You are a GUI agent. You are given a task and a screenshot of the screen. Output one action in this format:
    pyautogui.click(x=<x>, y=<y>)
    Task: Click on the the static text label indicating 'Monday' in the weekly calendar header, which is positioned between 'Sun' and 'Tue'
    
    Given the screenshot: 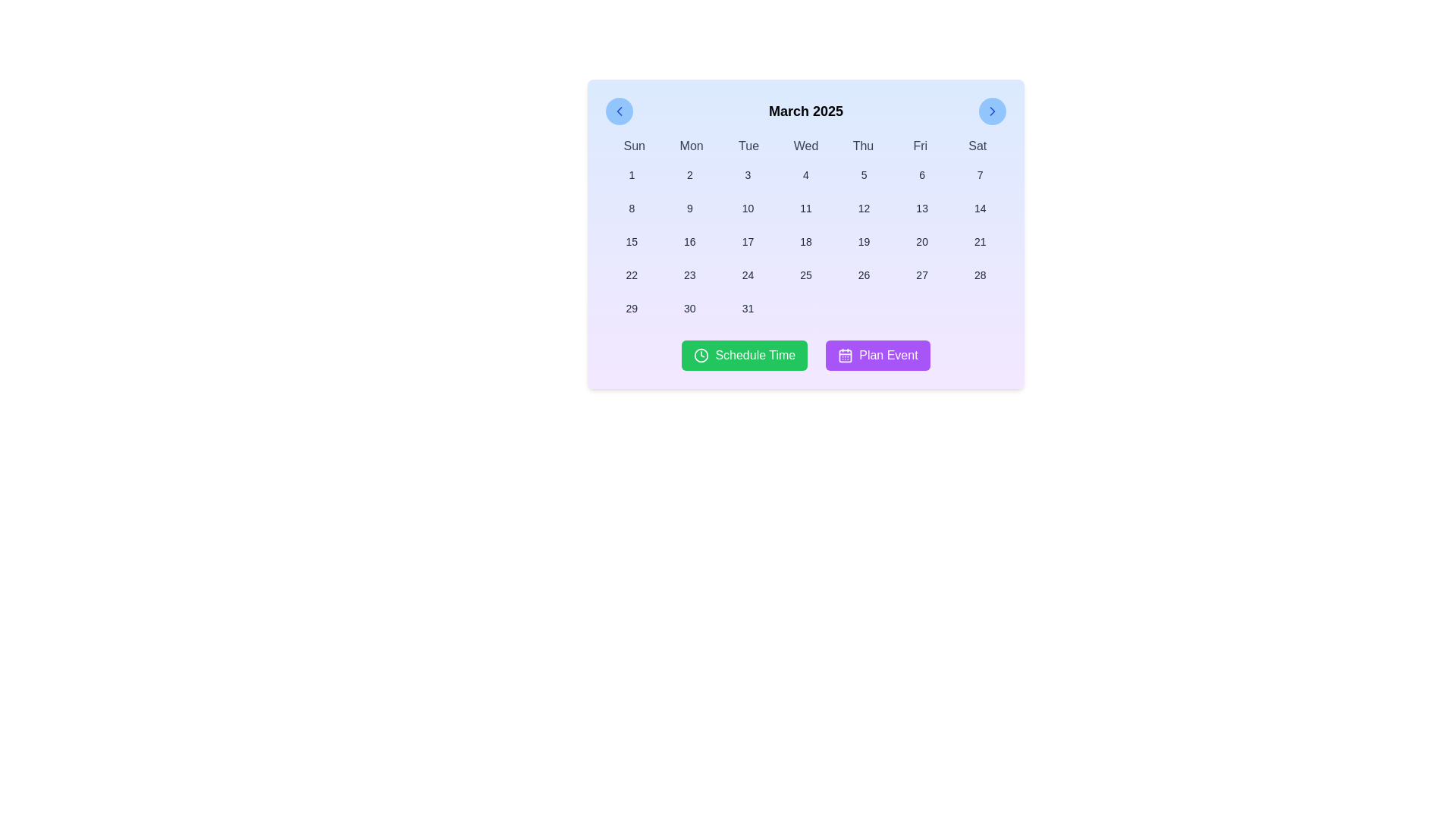 What is the action you would take?
    pyautogui.click(x=691, y=146)
    